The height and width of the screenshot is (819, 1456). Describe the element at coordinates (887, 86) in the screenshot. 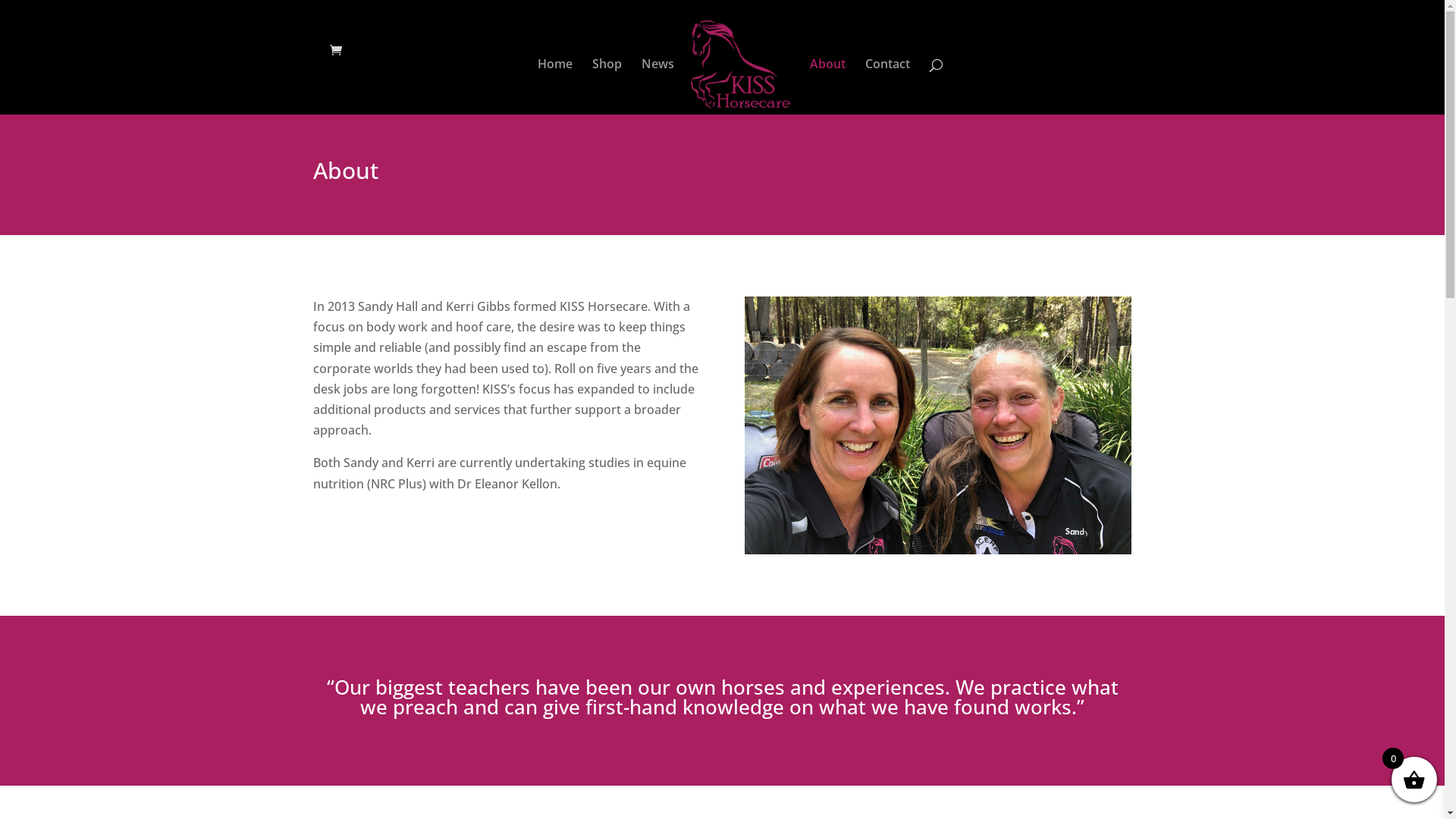

I see `'Contact'` at that location.